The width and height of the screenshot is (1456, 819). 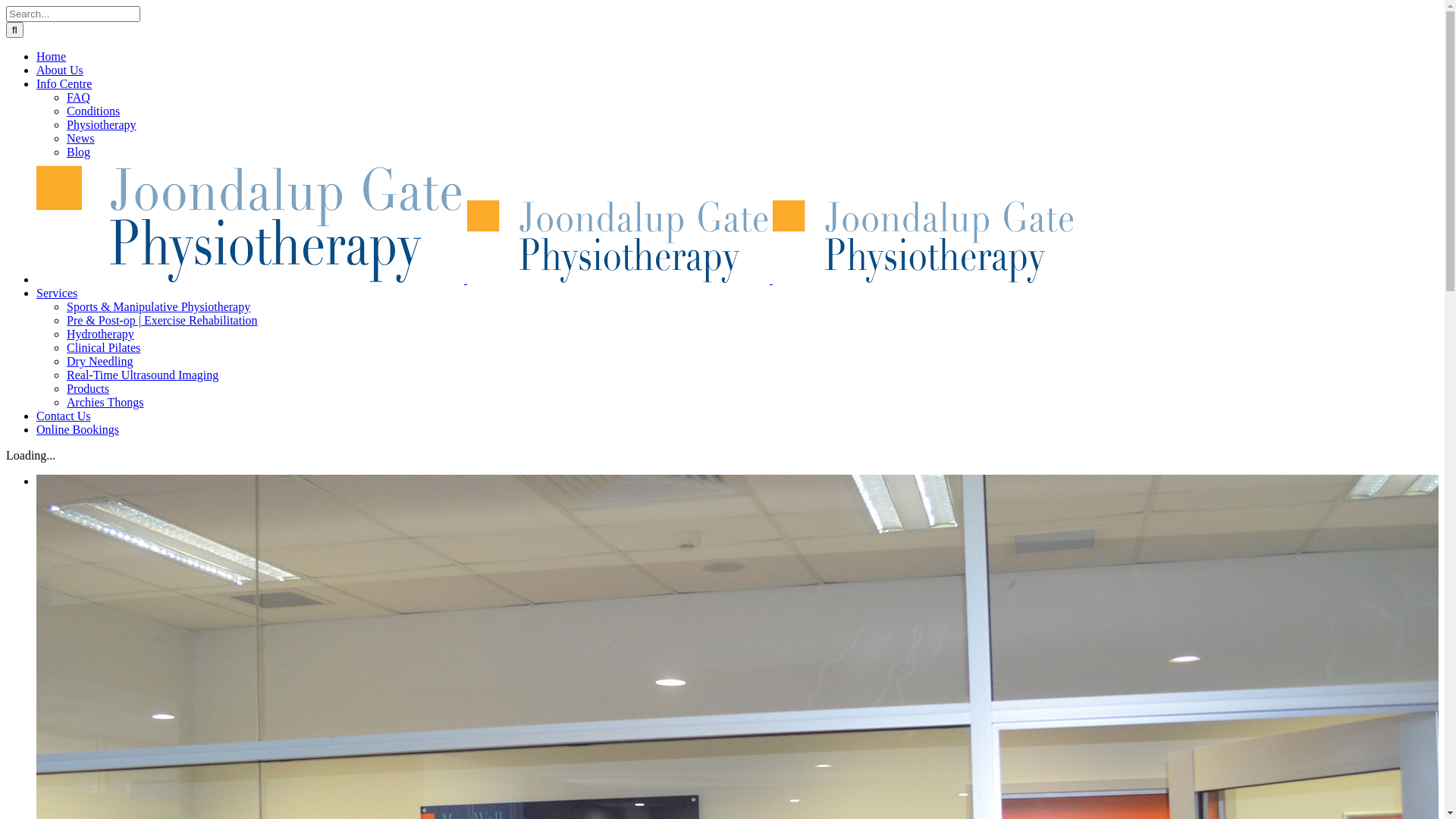 What do you see at coordinates (79, 138) in the screenshot?
I see `'News'` at bounding box center [79, 138].